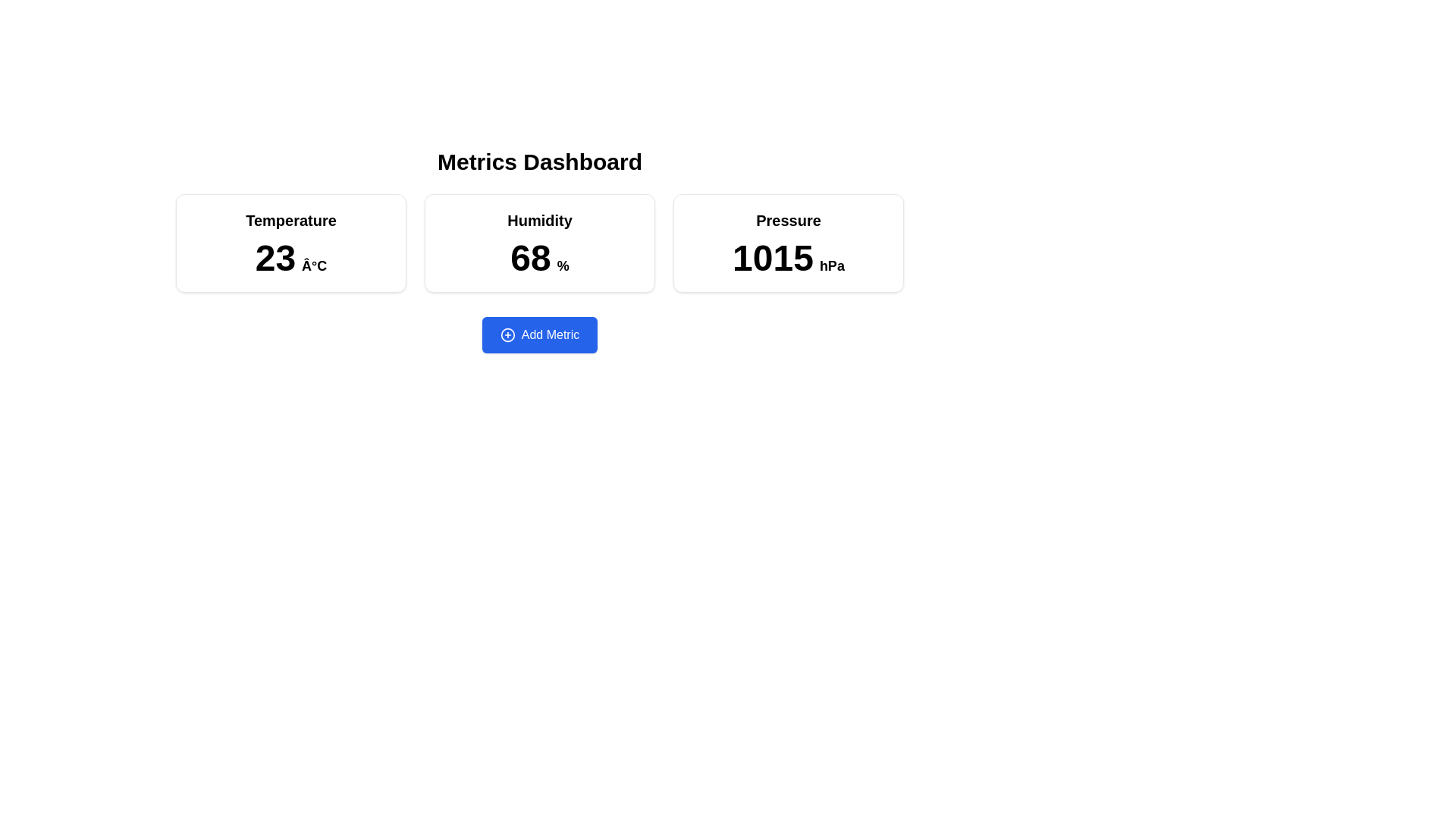 The height and width of the screenshot is (819, 1456). I want to click on the Static information card labeled 'Pressure' which displays '1015 hPa' prominently in the center, so click(789, 242).